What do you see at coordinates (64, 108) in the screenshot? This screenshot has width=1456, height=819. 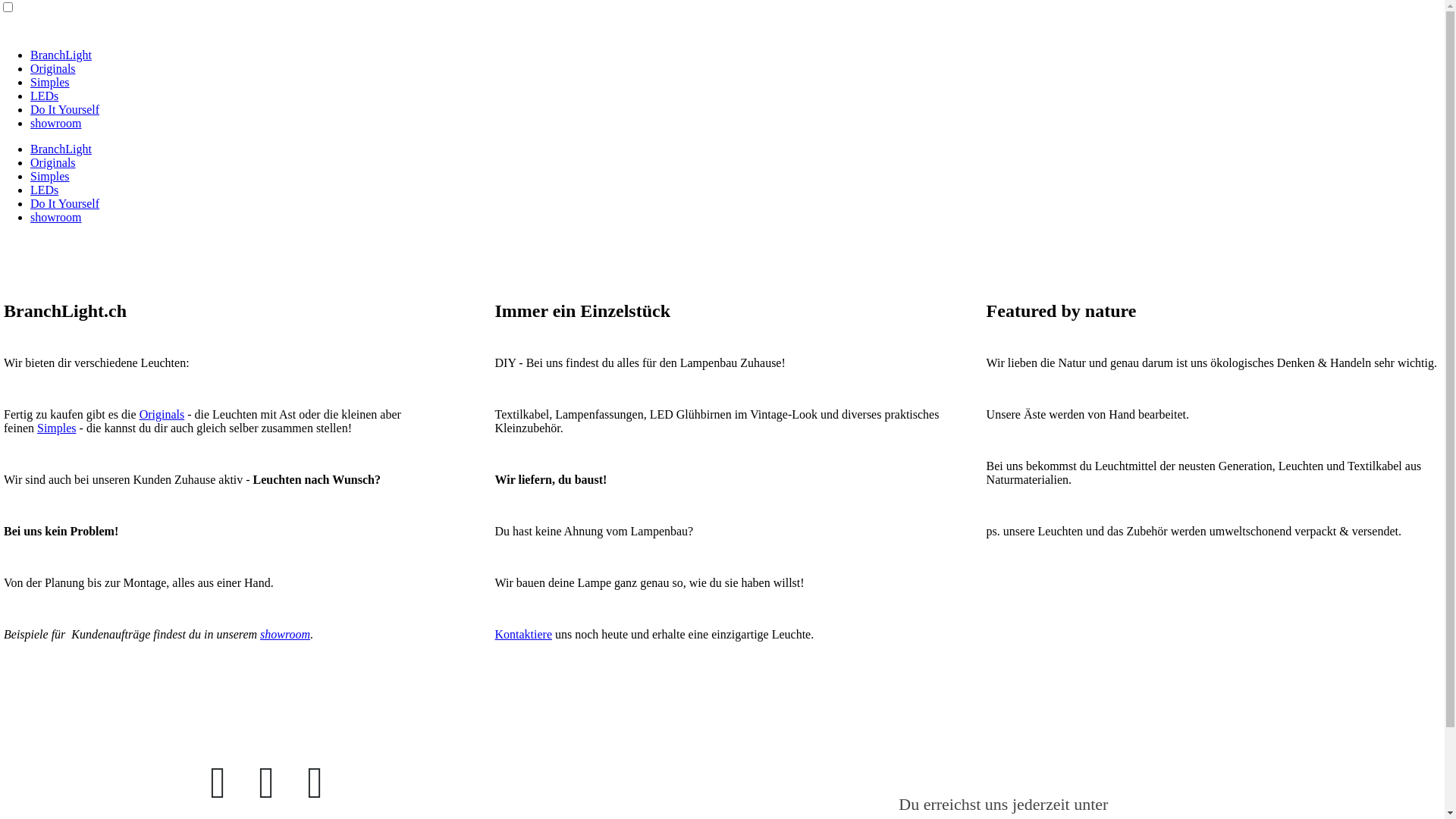 I see `'Do It Yourself'` at bounding box center [64, 108].